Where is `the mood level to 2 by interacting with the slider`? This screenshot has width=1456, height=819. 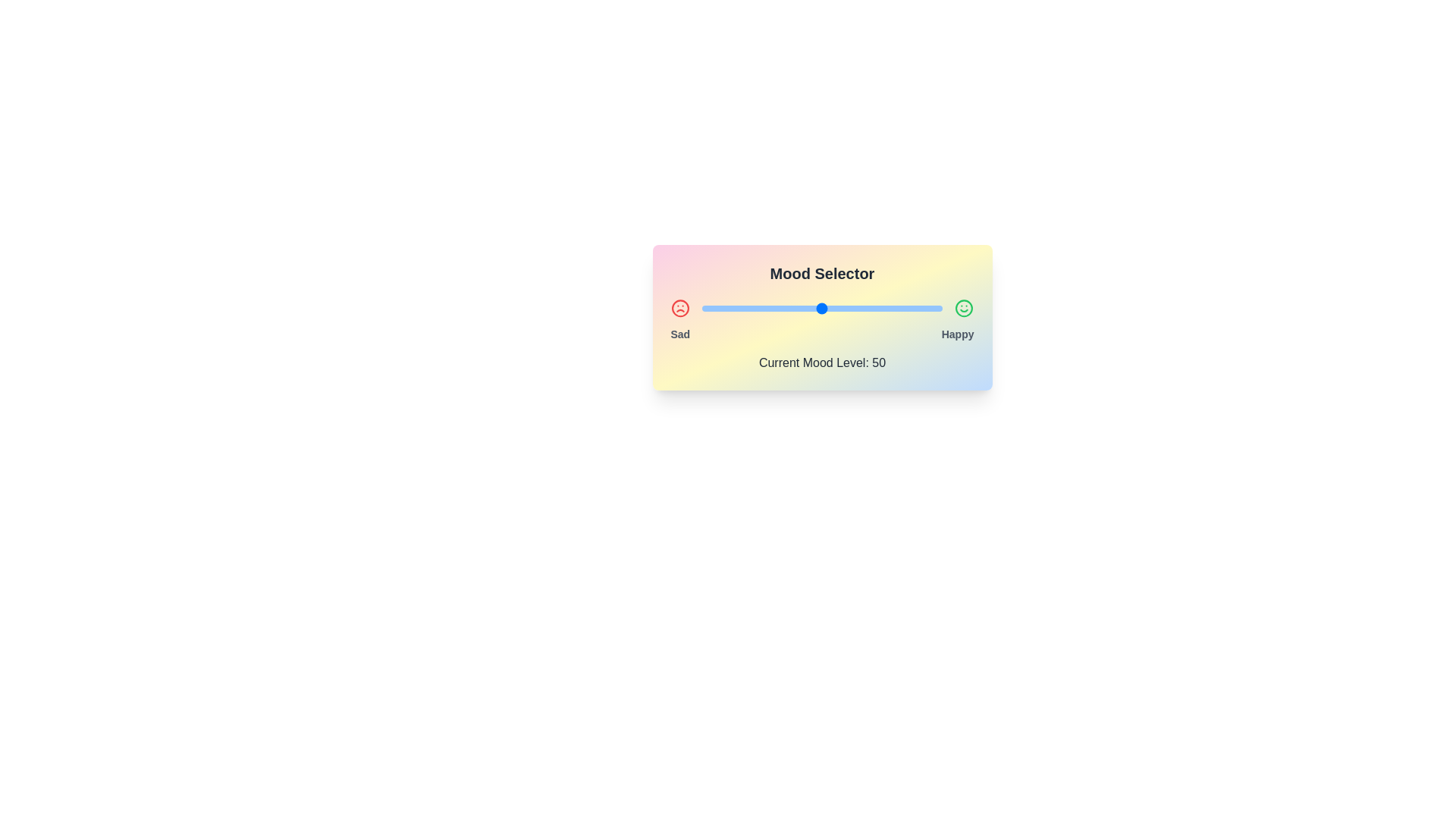
the mood level to 2 by interacting with the slider is located at coordinates (706, 308).